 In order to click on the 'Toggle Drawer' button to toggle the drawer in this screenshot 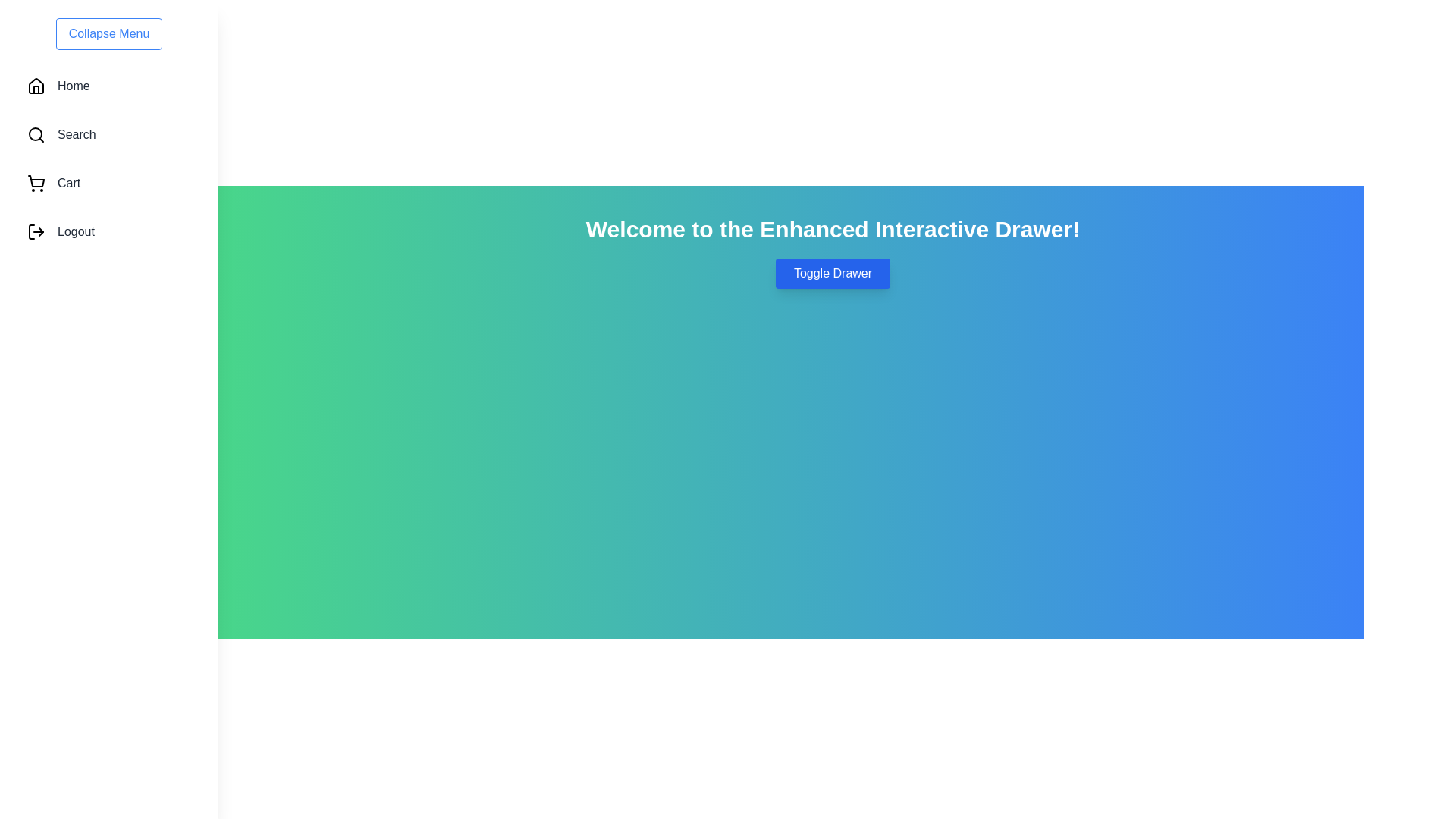, I will do `click(832, 274)`.